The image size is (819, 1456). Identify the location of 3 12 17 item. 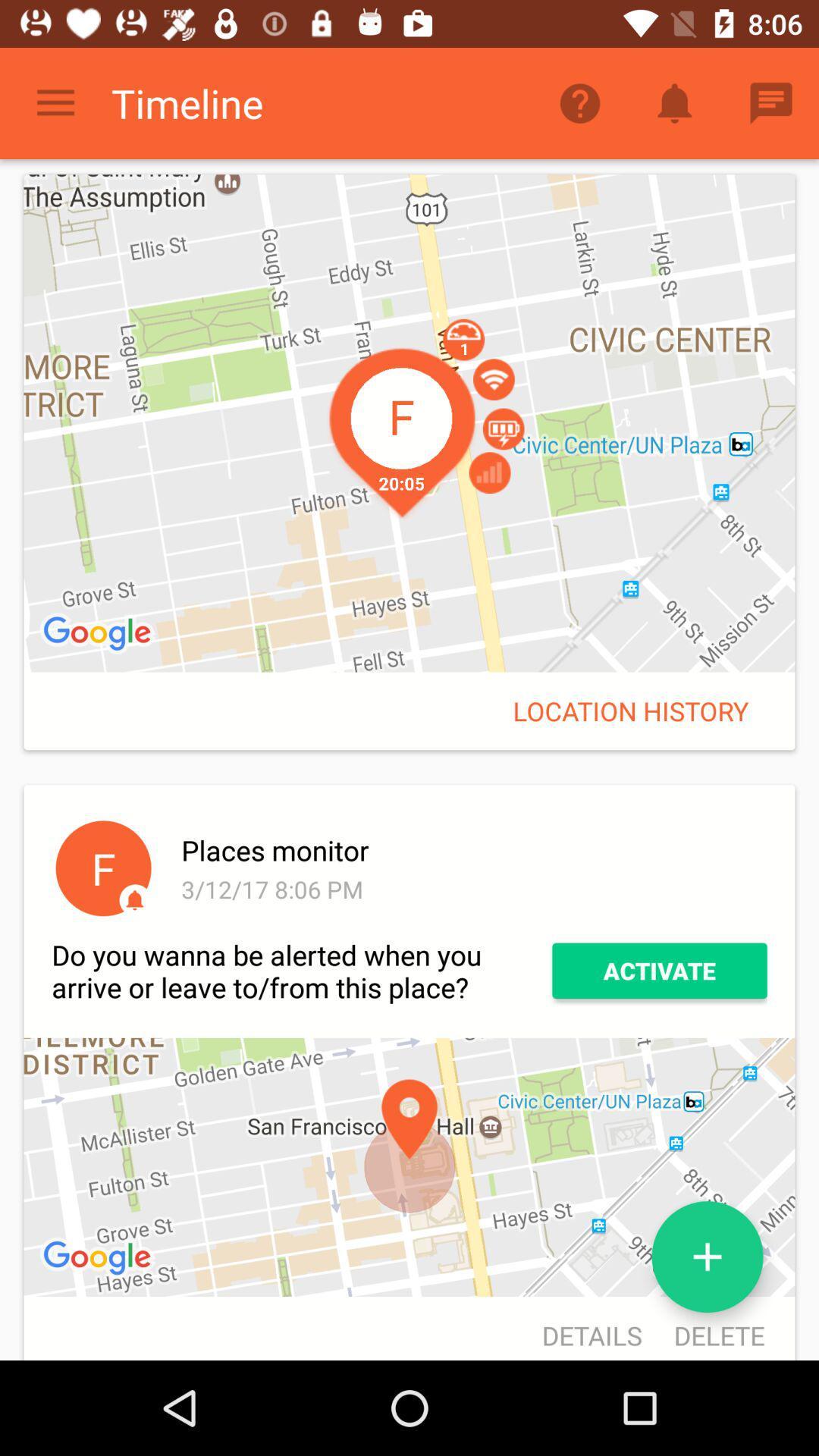
(471, 889).